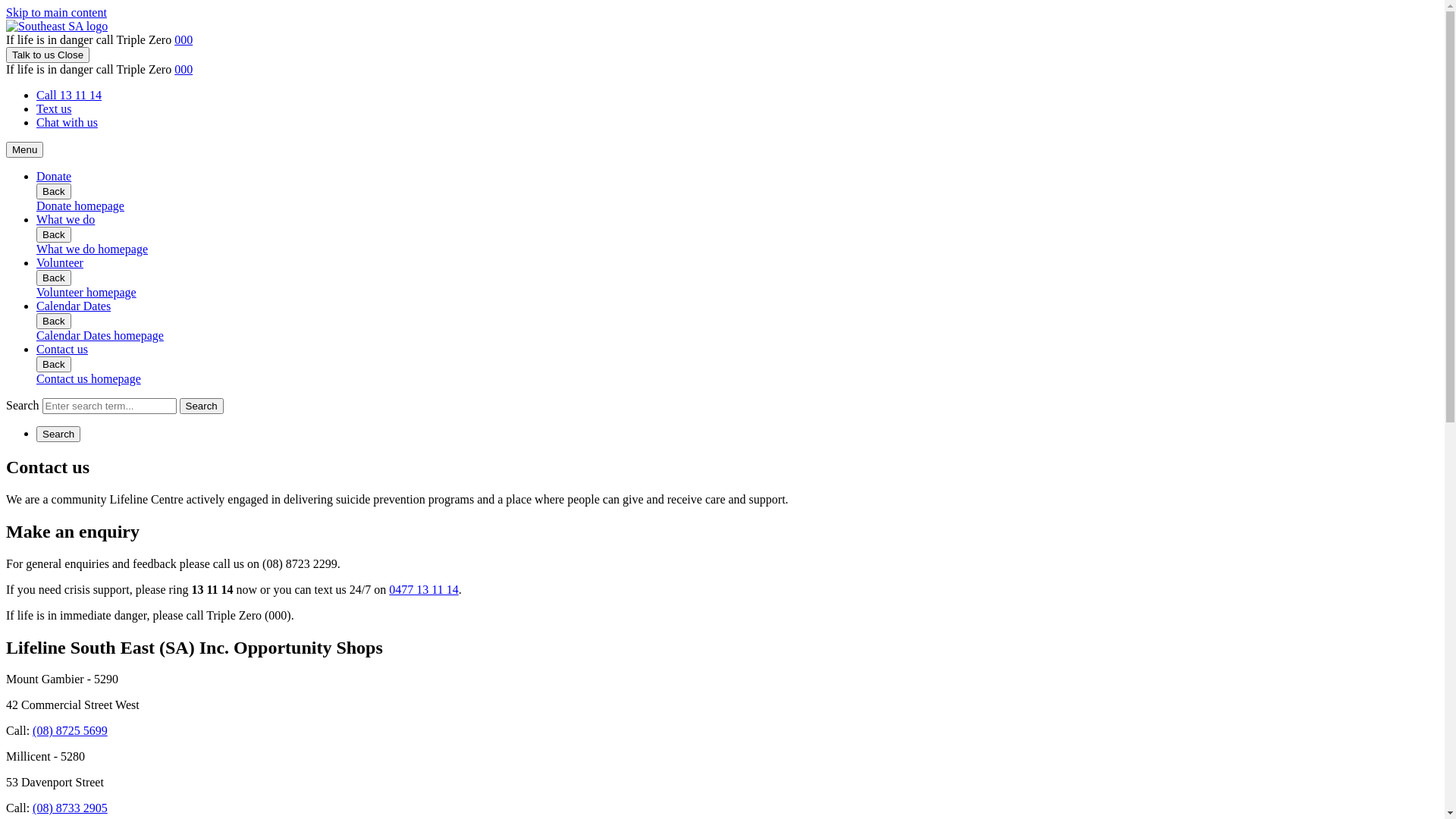 The width and height of the screenshot is (1456, 819). I want to click on 'Donate', so click(54, 175).